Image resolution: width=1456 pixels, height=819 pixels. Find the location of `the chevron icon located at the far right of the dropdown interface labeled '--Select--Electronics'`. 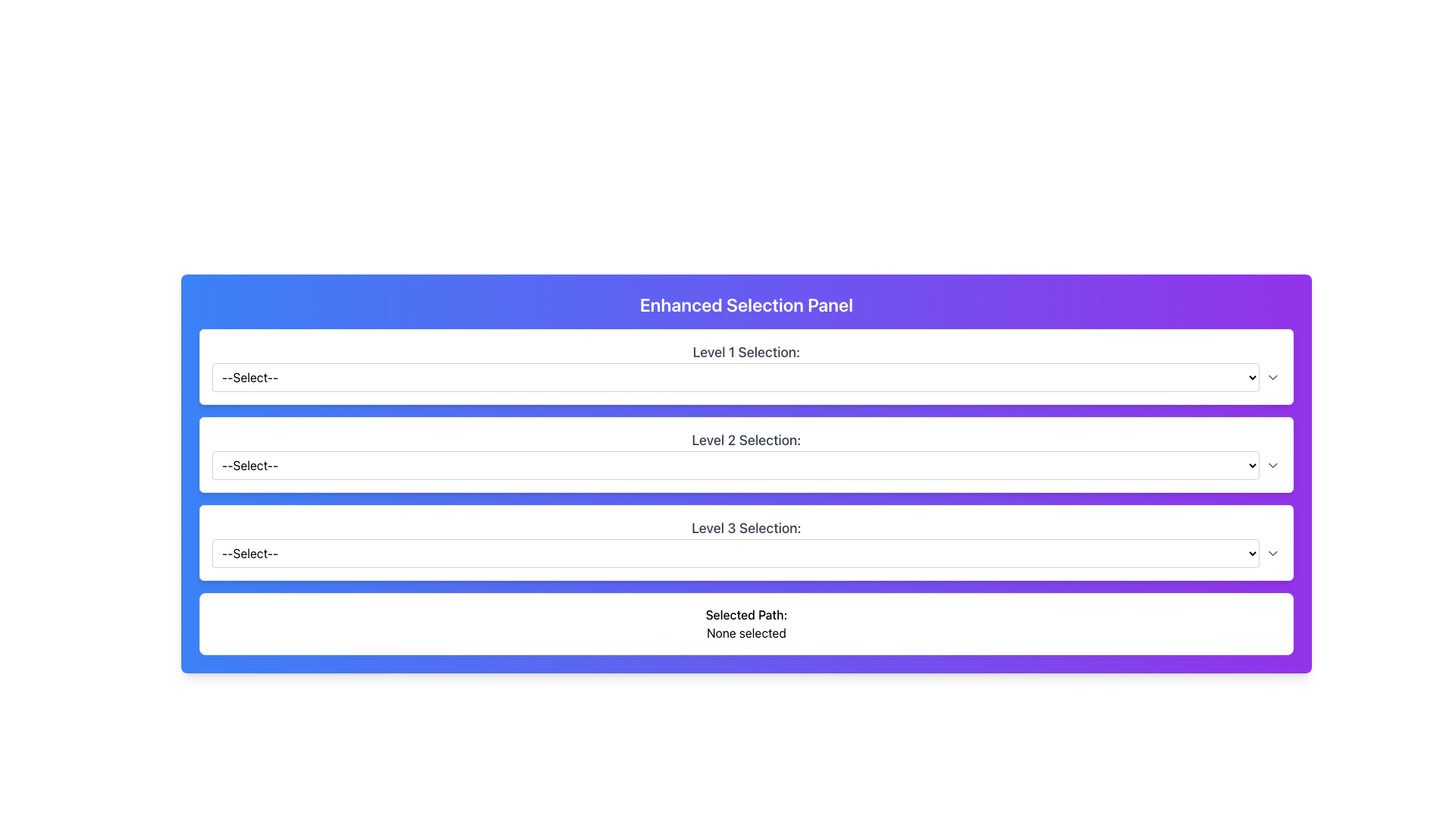

the chevron icon located at the far right of the dropdown interface labeled '--Select--Electronics' is located at coordinates (1273, 464).